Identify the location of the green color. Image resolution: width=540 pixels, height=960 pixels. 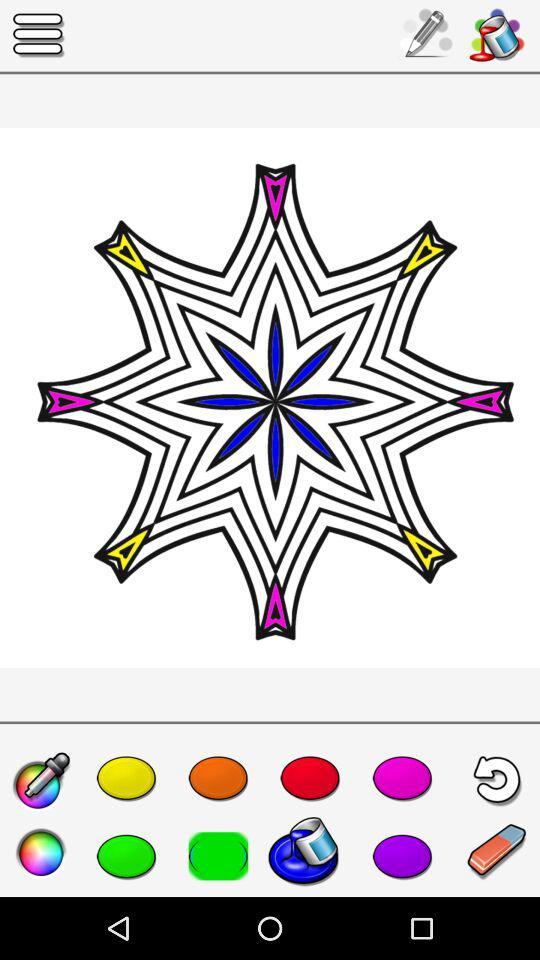
(127, 855).